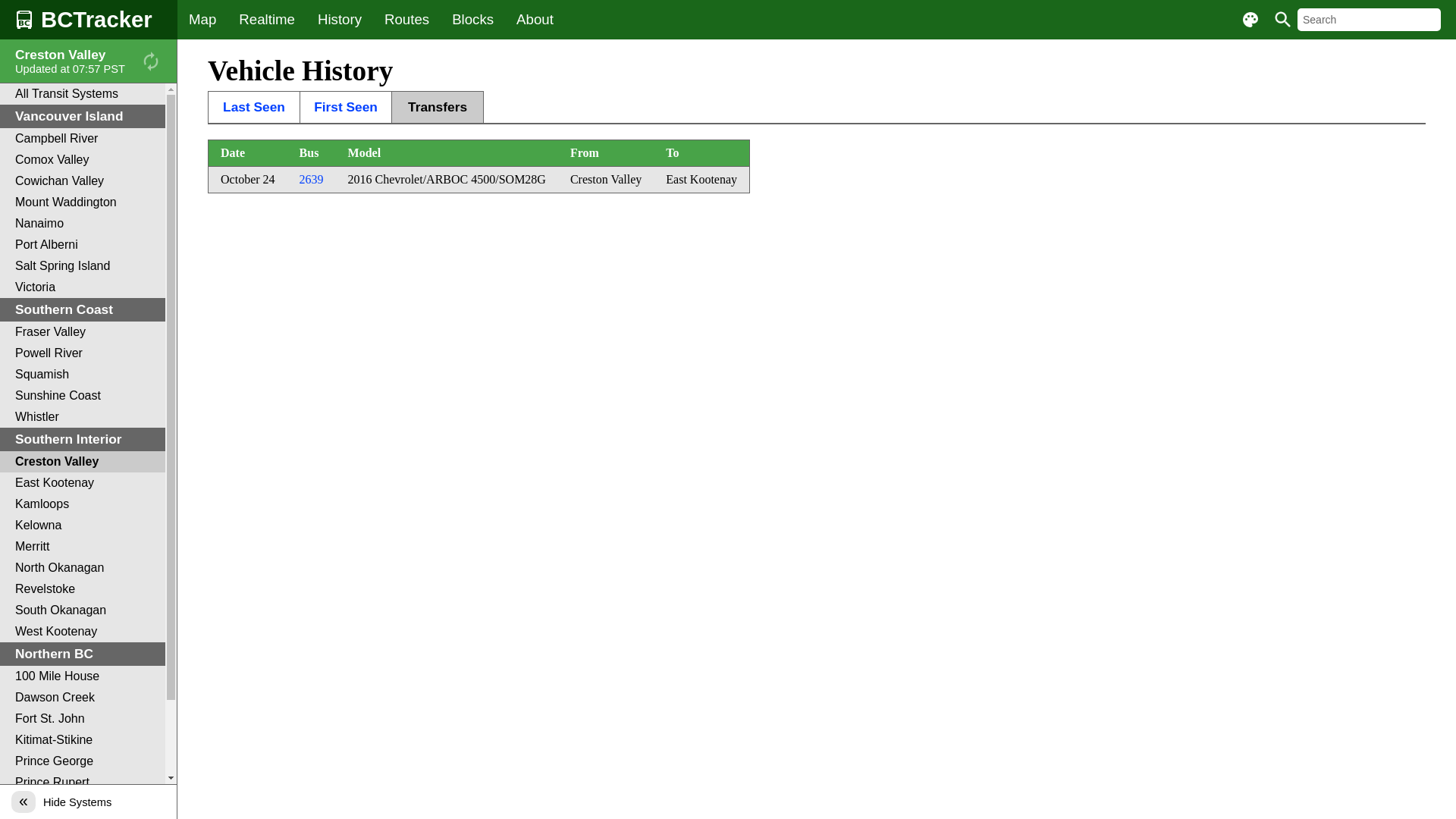 The image size is (1456, 819). Describe the element at coordinates (406, 20) in the screenshot. I see `'Routes'` at that location.